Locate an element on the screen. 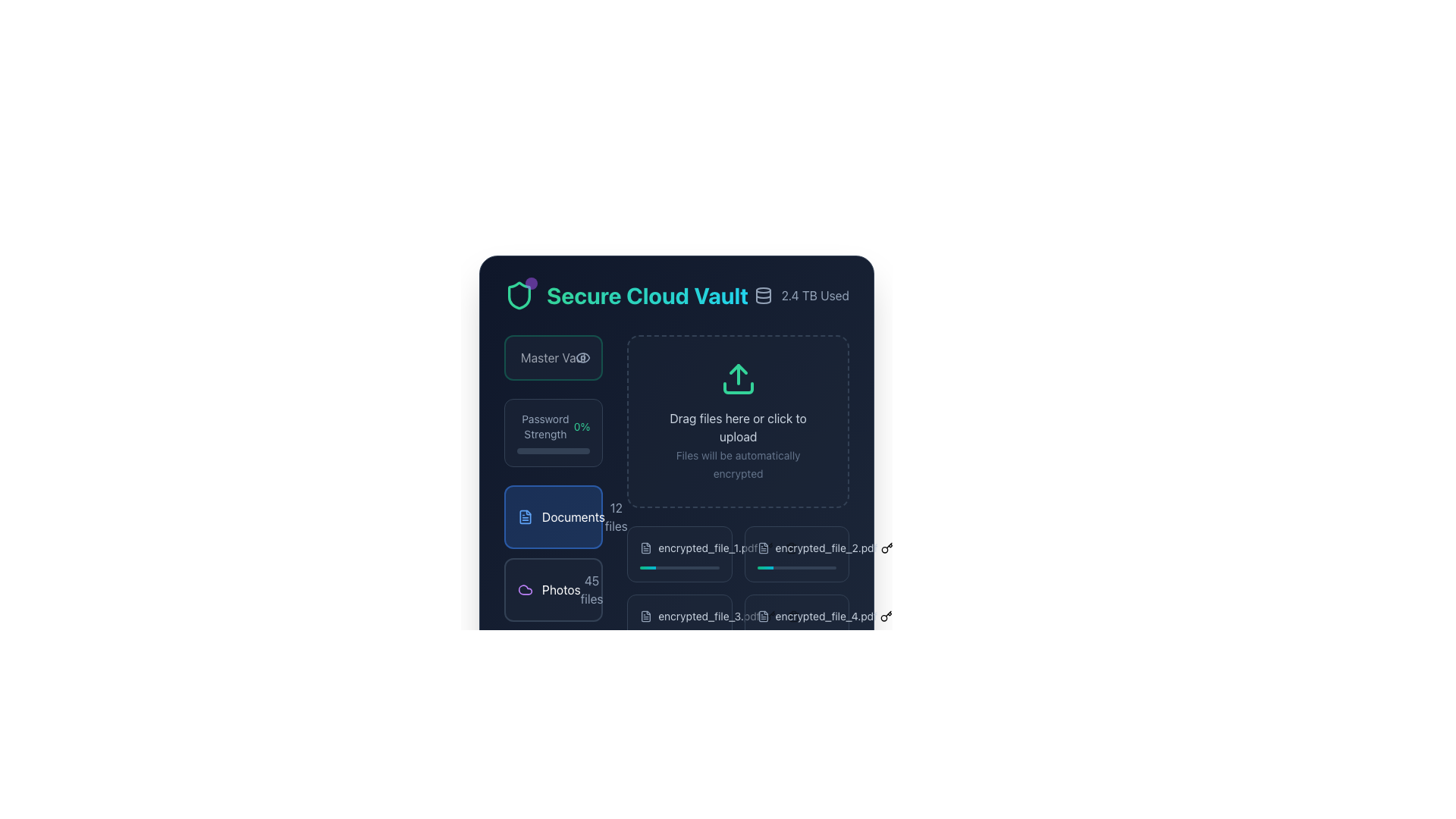 This screenshot has height=819, width=1456. the 'Documents' text label, which is displayed in white text and is located beneath the 'Master Vault' and 'Password Strength' sections, within a blue shaded area that includes a file icon is located at coordinates (573, 516).